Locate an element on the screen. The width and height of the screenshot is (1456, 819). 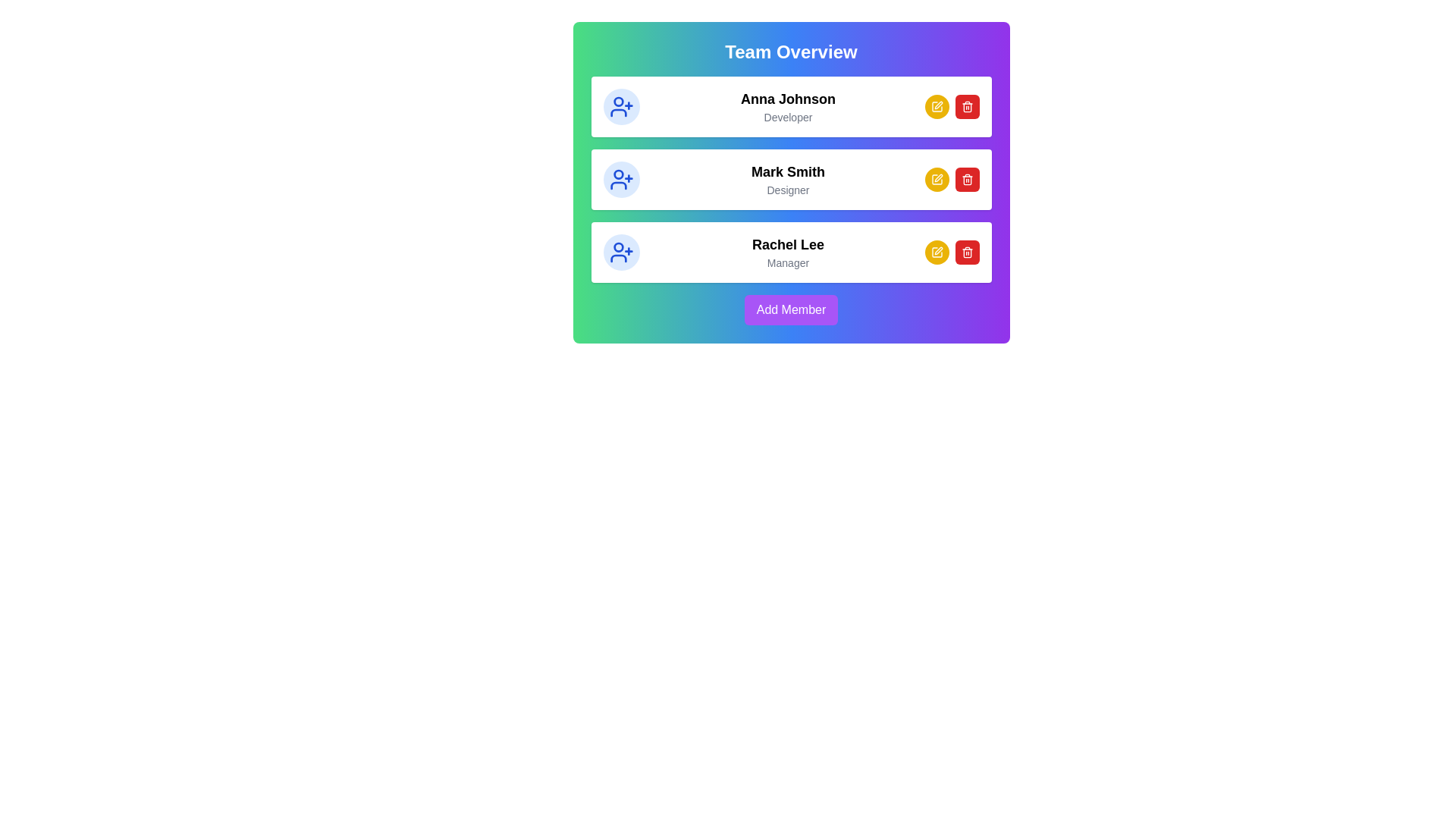
the yellow circular button with a pencil icon next to the 'Rachel Lee' user information is located at coordinates (936, 251).